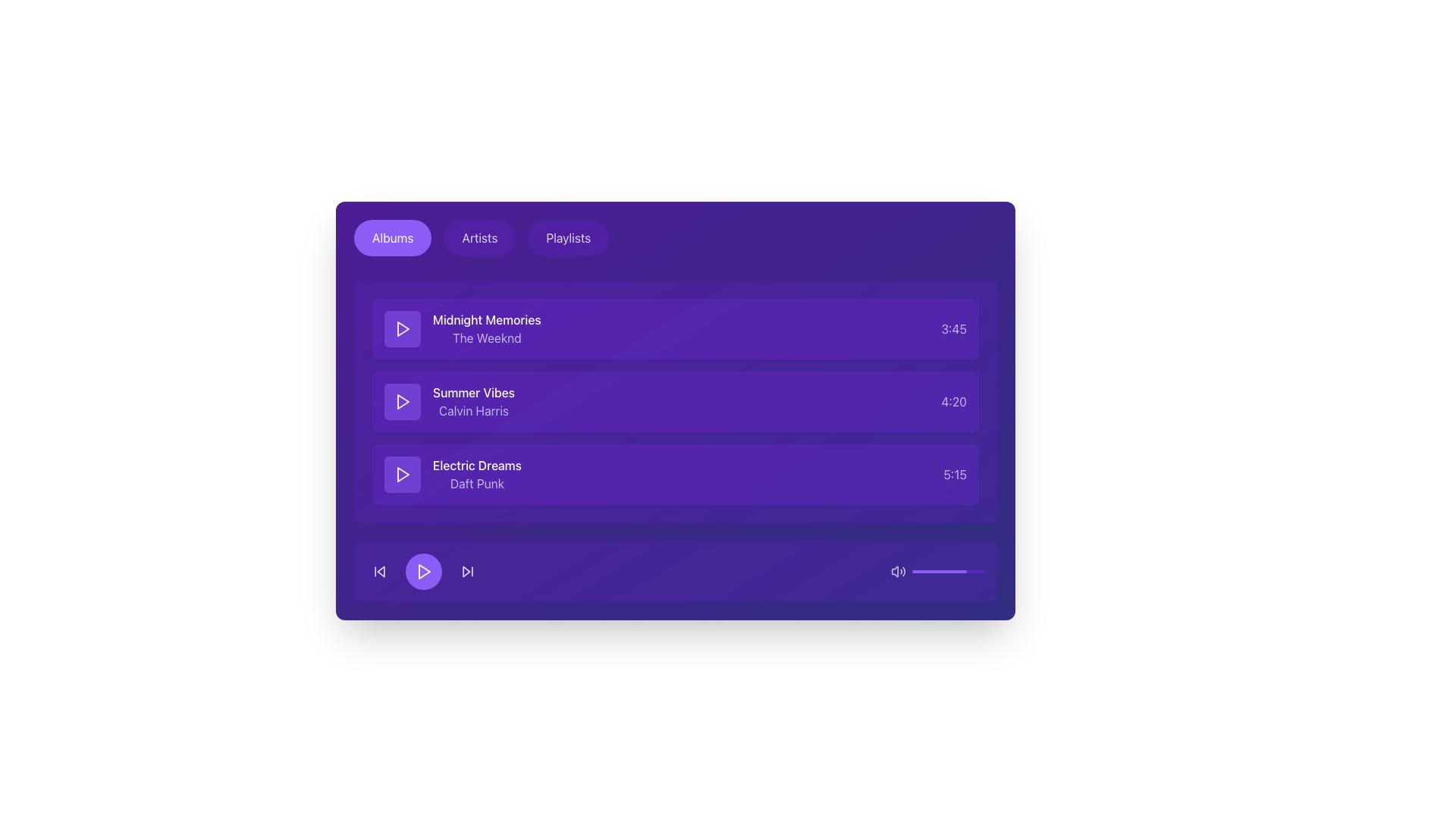 The image size is (1456, 819). Describe the element at coordinates (940, 571) in the screenshot. I see `the volume level` at that location.